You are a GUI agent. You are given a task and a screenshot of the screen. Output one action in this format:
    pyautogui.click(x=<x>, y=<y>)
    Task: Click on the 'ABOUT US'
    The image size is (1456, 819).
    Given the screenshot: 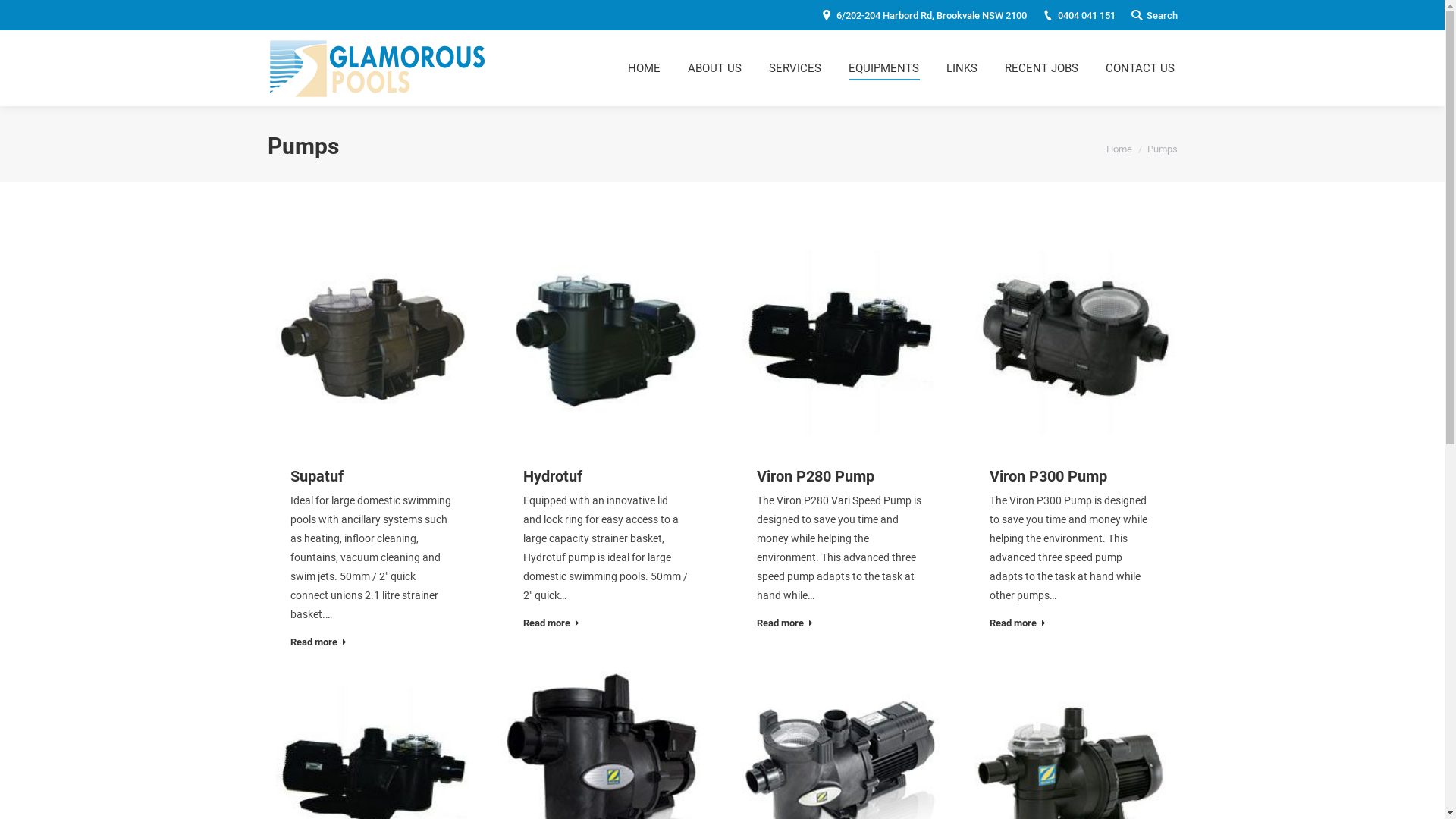 What is the action you would take?
    pyautogui.click(x=683, y=67)
    